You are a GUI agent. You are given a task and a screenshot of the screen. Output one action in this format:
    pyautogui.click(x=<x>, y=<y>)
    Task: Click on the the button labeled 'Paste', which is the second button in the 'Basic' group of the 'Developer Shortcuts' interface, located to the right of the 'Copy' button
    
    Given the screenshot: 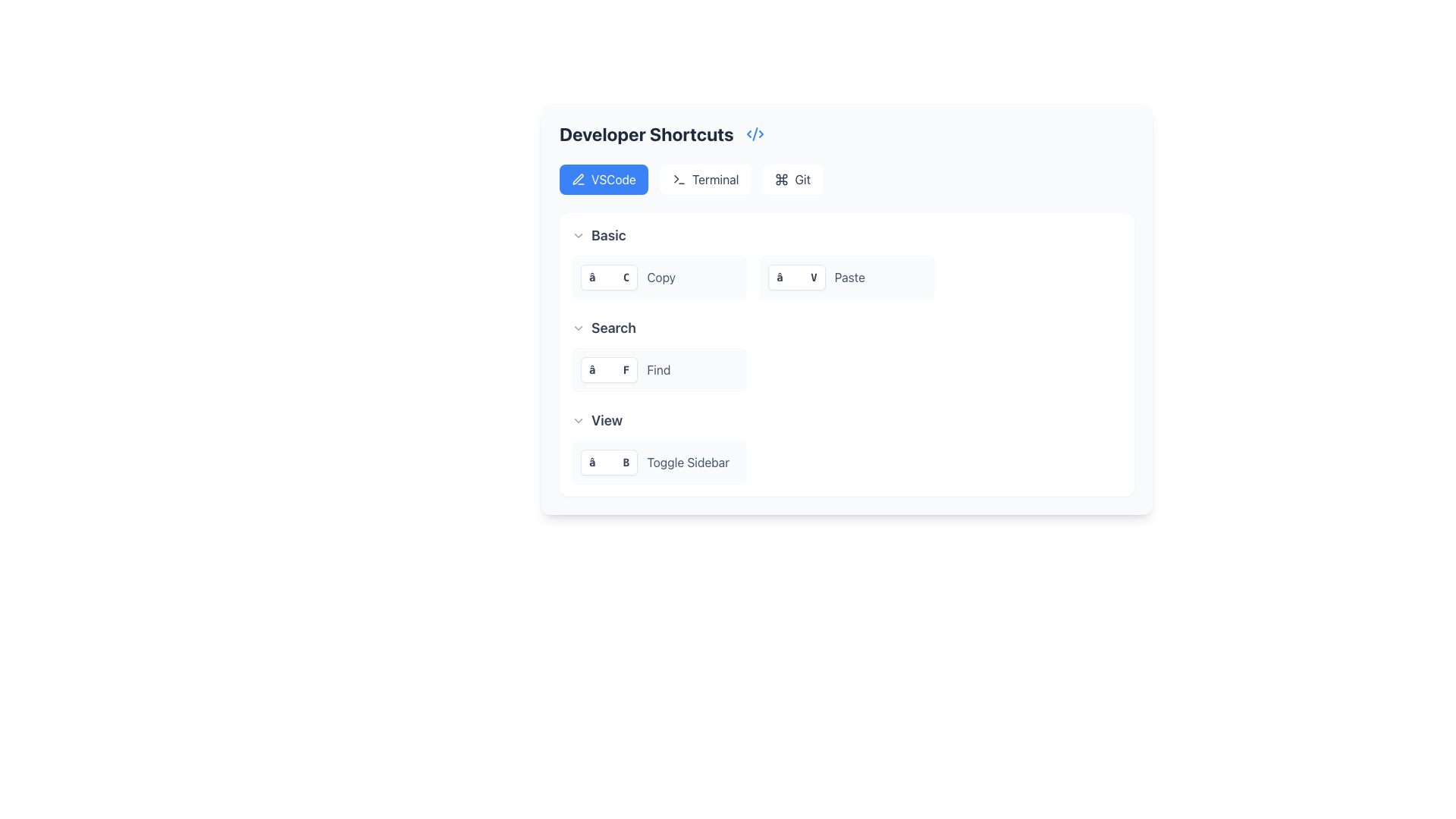 What is the action you would take?
    pyautogui.click(x=846, y=278)
    